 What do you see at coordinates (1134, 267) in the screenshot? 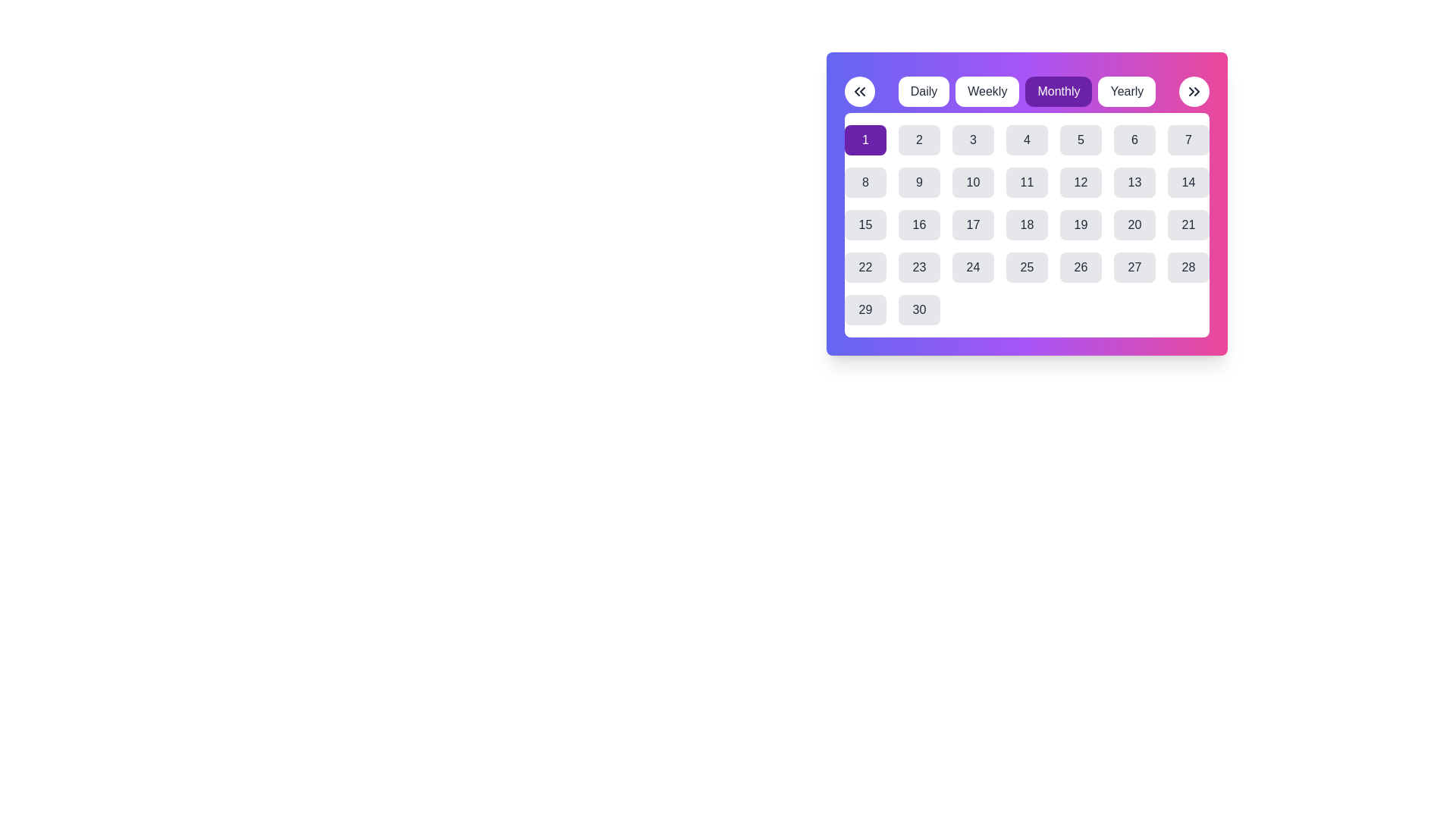
I see `the square-shaped button containing the number '27' with black text` at bounding box center [1134, 267].